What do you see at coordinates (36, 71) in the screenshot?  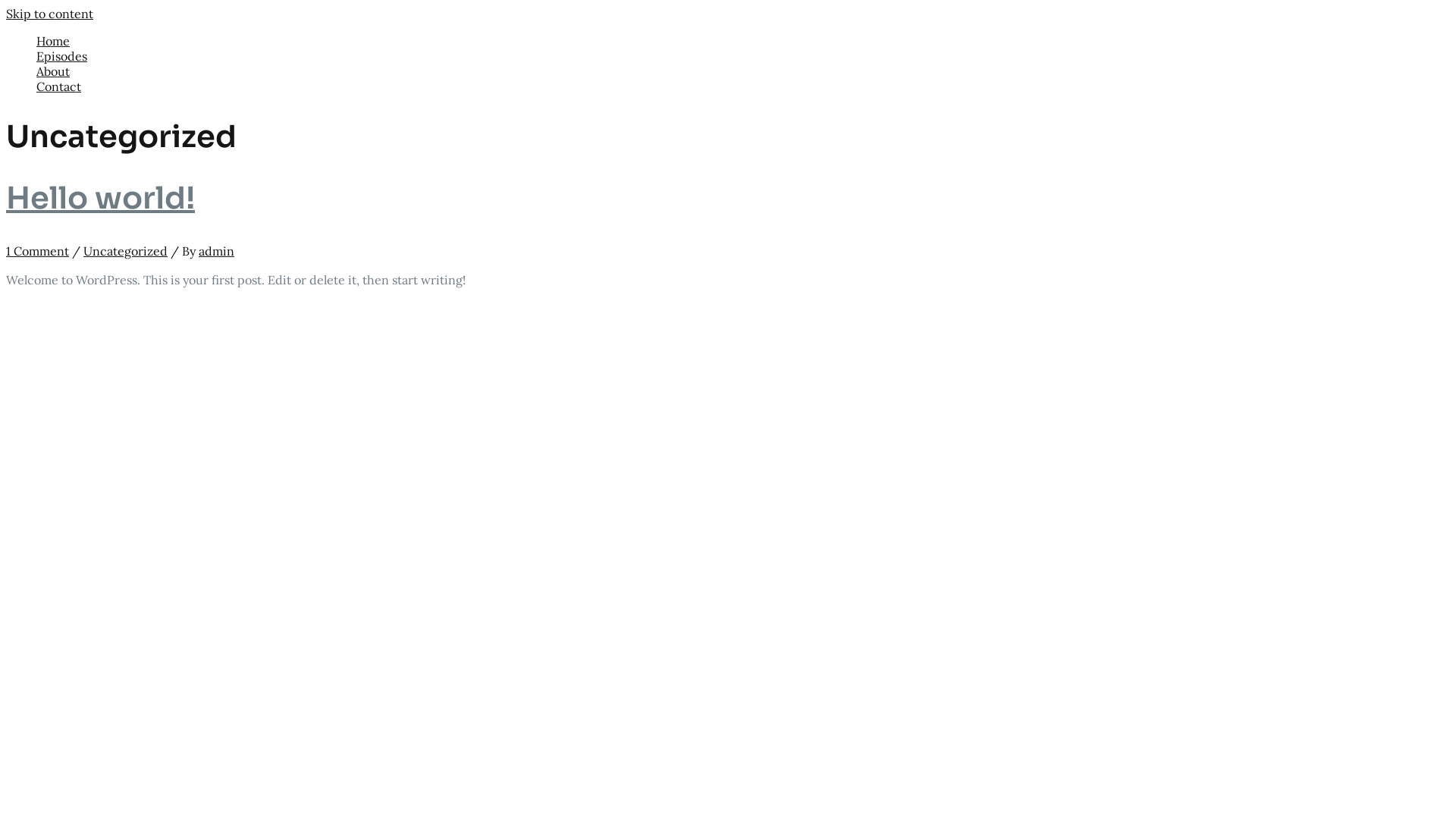 I see `'About'` at bounding box center [36, 71].